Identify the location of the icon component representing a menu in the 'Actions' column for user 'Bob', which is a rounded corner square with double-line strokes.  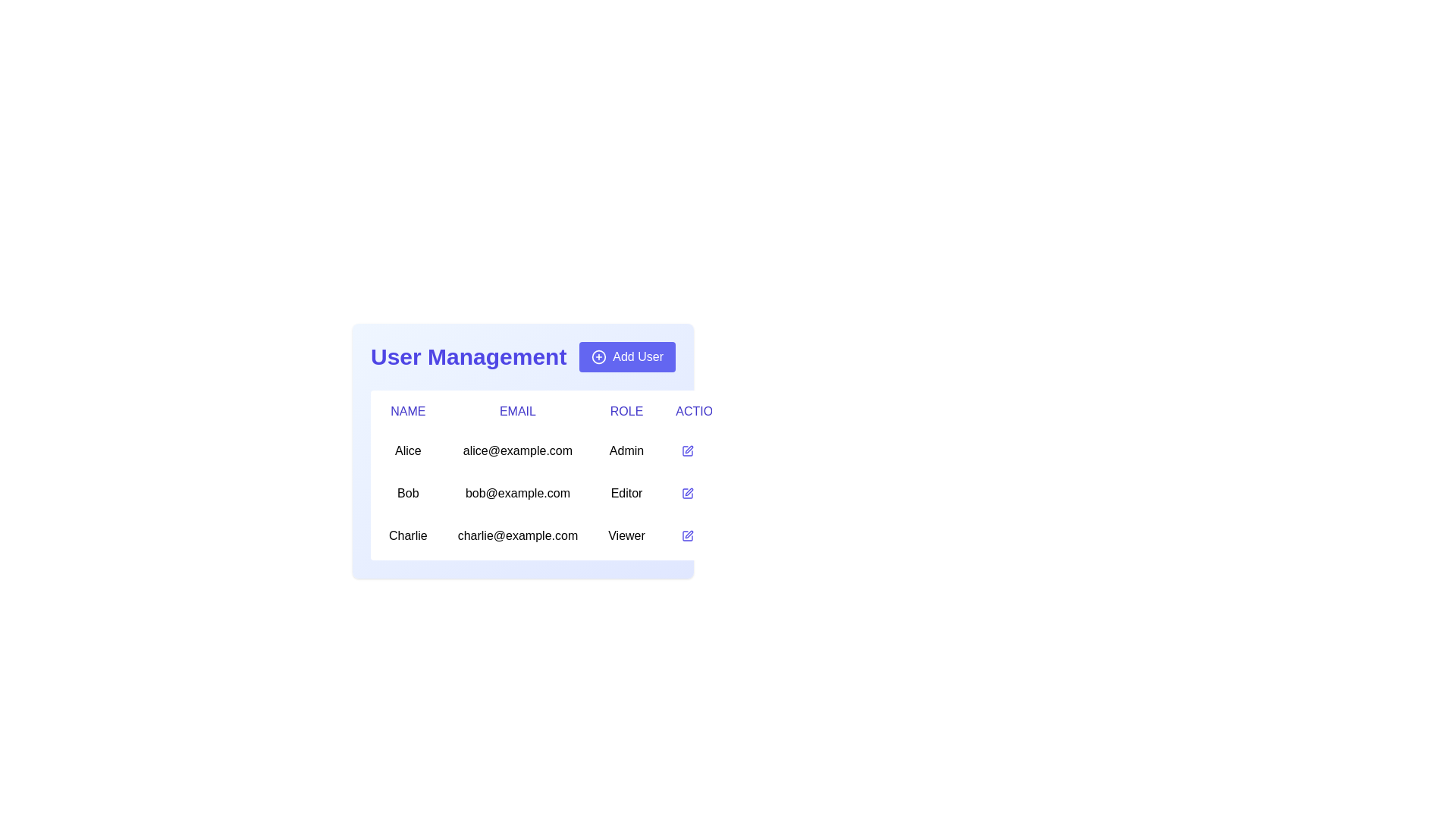
(686, 494).